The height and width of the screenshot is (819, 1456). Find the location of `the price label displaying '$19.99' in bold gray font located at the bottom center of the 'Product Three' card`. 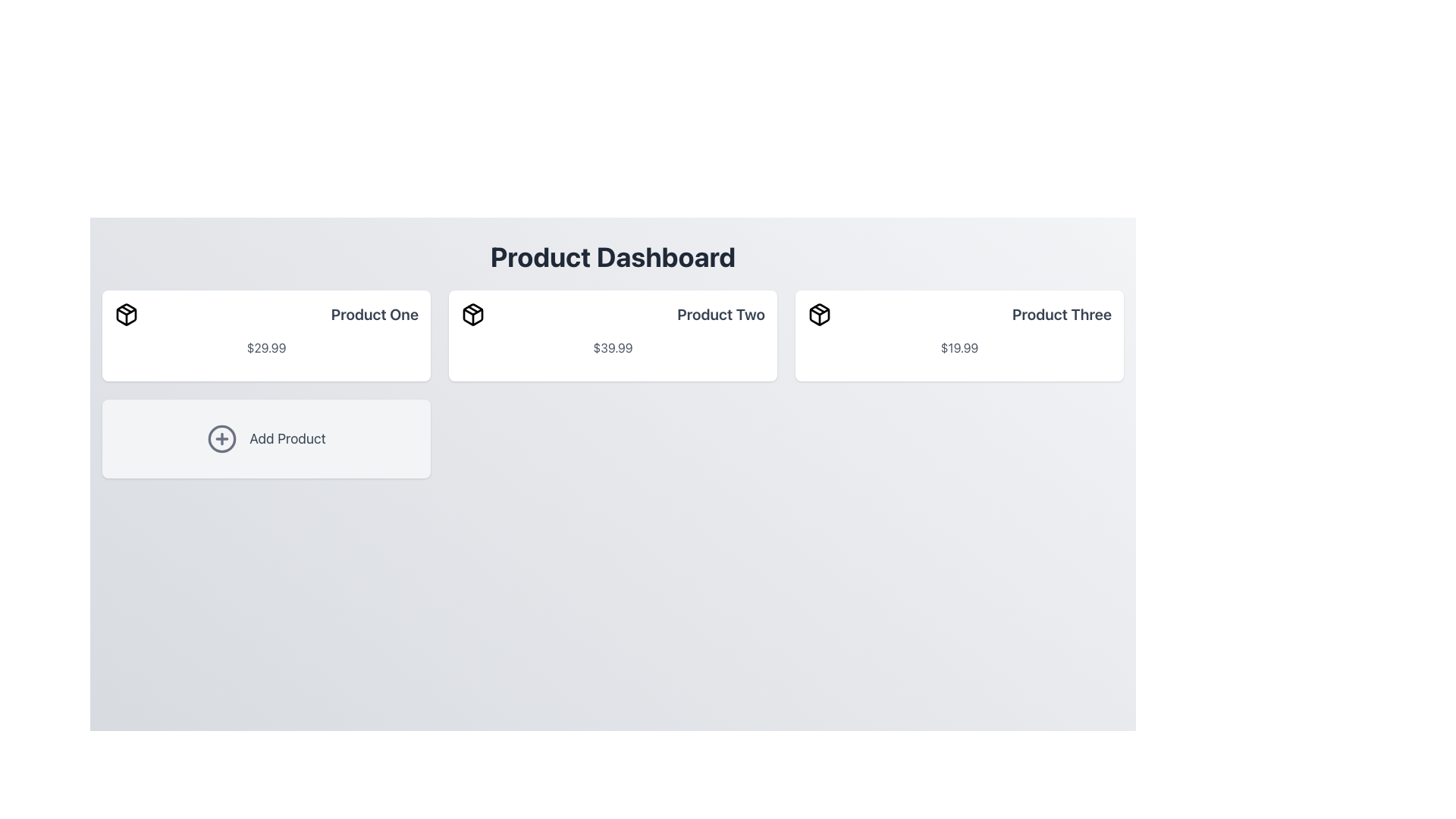

the price label displaying '$19.99' in bold gray font located at the bottom center of the 'Product Three' card is located at coordinates (959, 348).